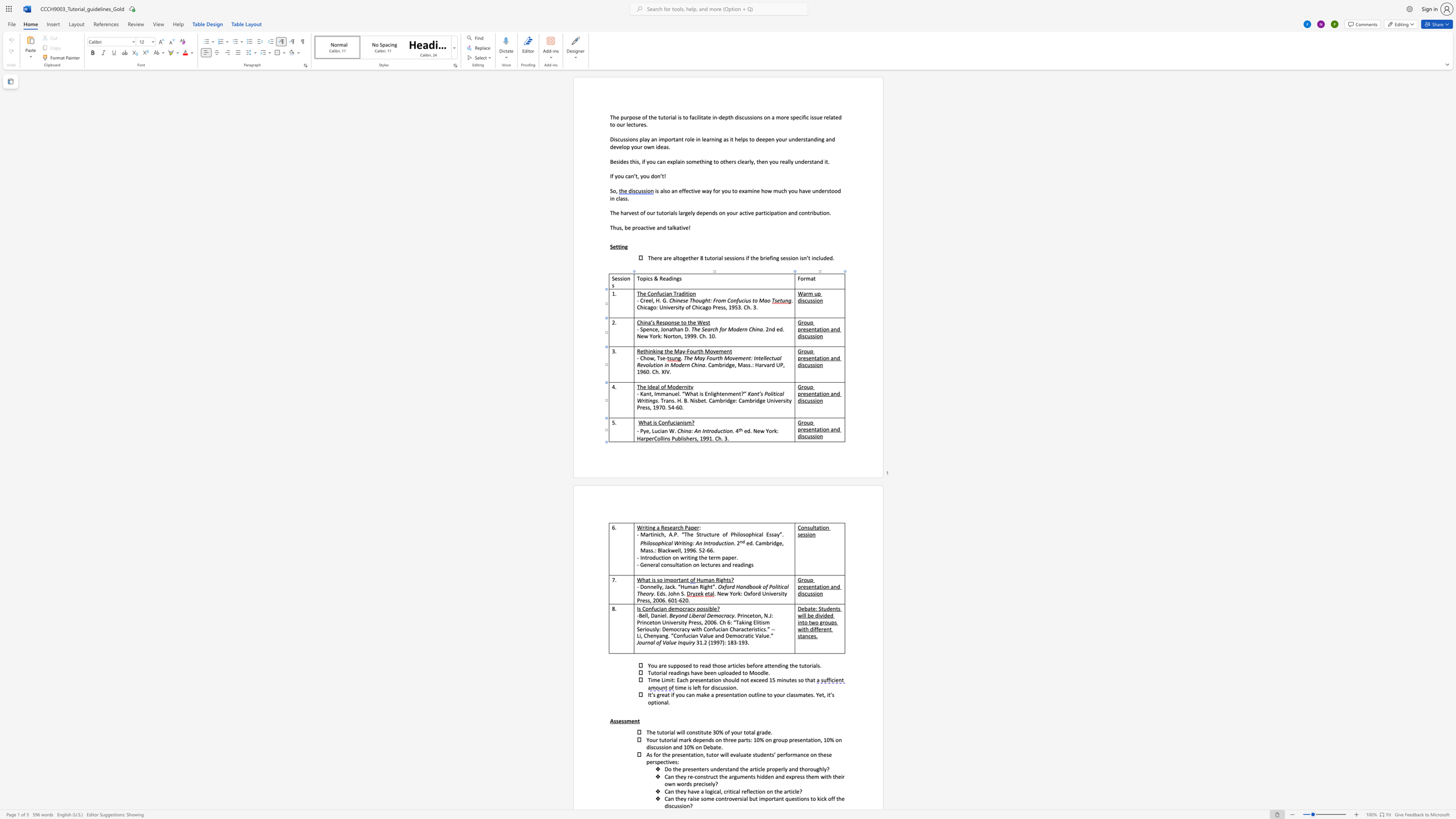 The width and height of the screenshot is (1456, 819). What do you see at coordinates (653, 422) in the screenshot?
I see `the 1th character "i" in the text` at bounding box center [653, 422].